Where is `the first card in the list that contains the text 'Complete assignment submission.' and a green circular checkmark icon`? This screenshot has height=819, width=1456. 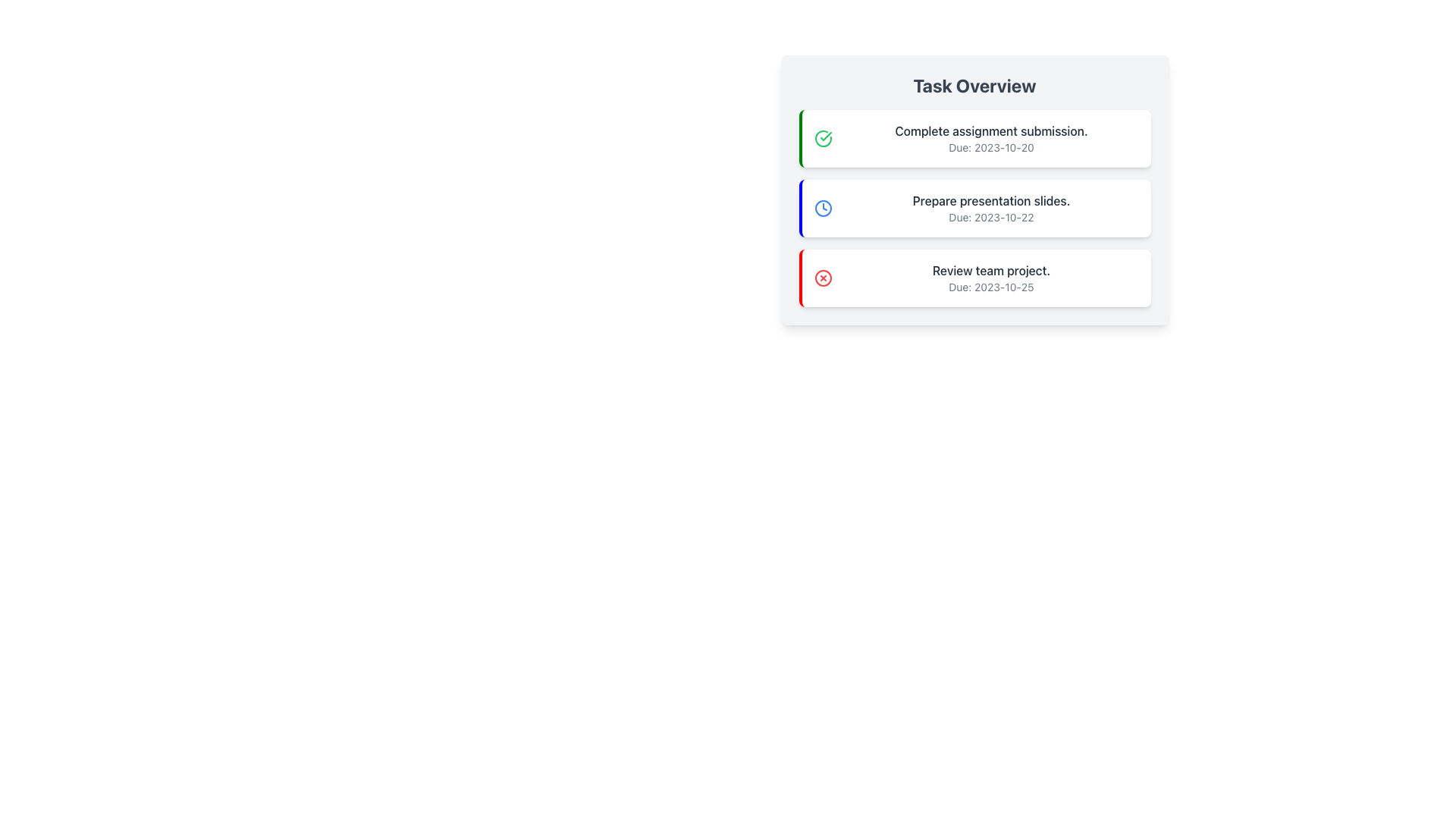
the first card in the list that contains the text 'Complete assignment submission.' and a green circular checkmark icon is located at coordinates (974, 138).